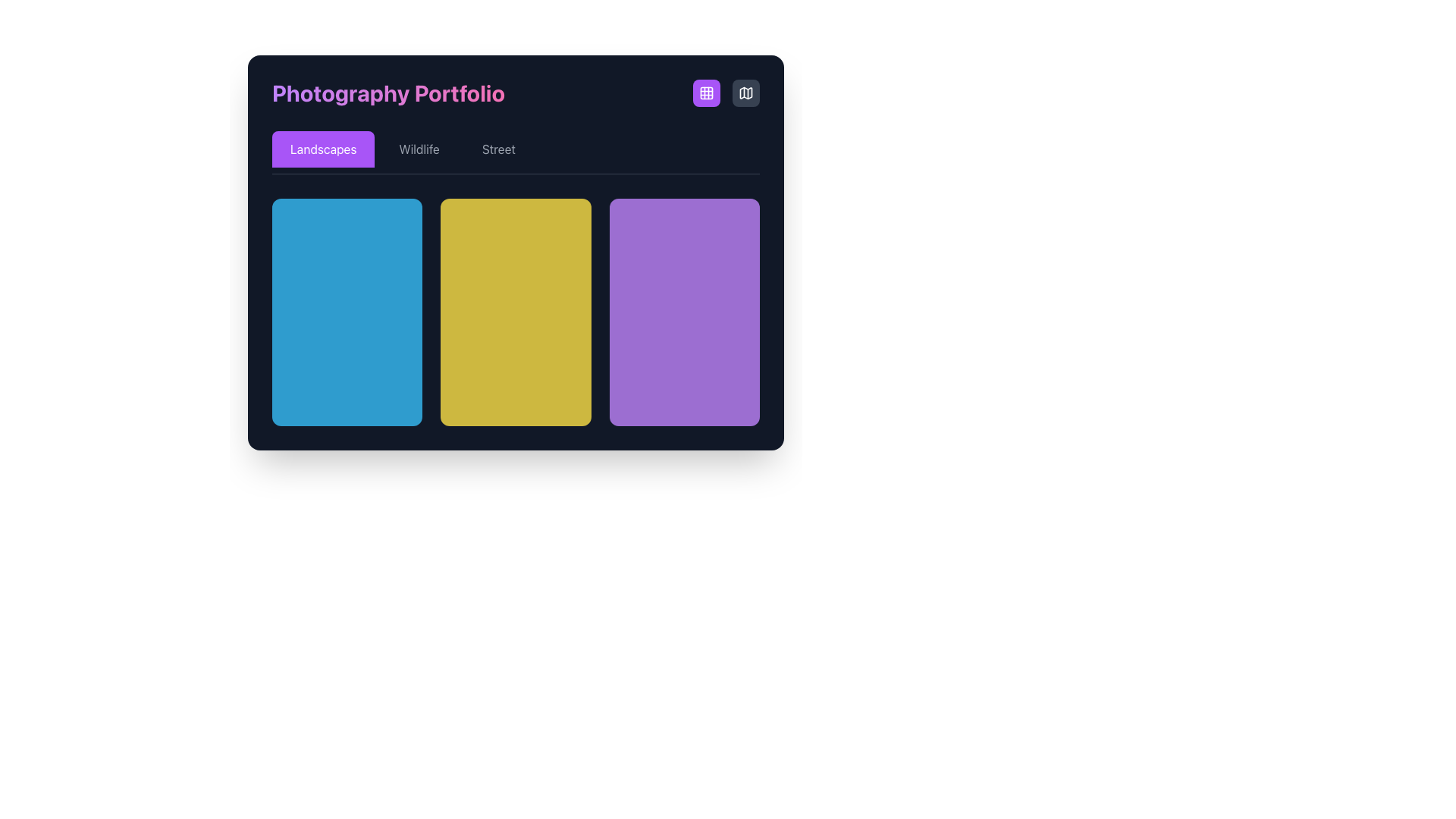  What do you see at coordinates (723, 216) in the screenshot?
I see `the orange circular indicator located near the top edge of the purple card, which is the rightmost card in a row of three cards` at bounding box center [723, 216].